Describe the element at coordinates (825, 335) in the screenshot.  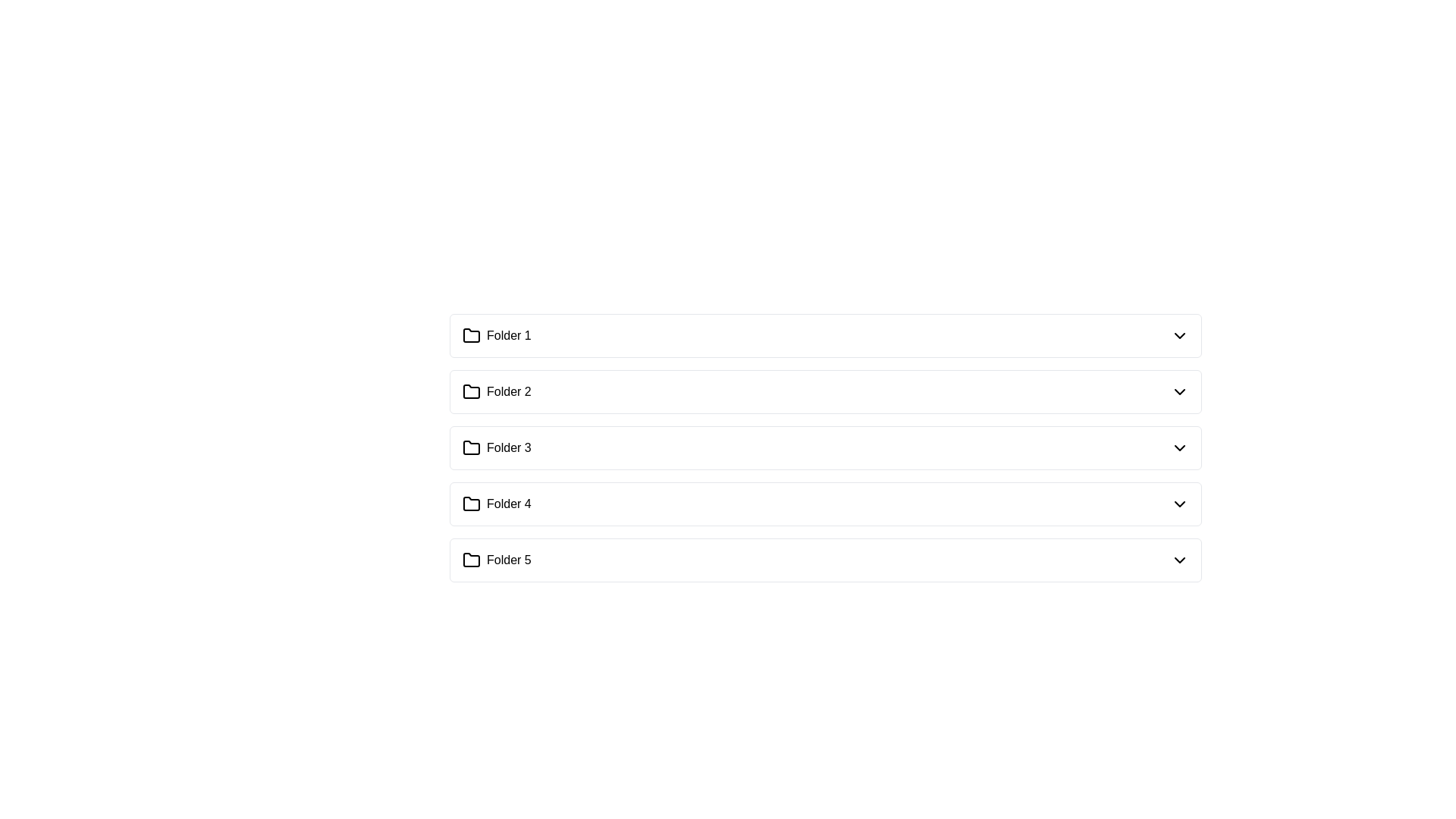
I see `the first List Item labeled 'Folder 1'` at that location.